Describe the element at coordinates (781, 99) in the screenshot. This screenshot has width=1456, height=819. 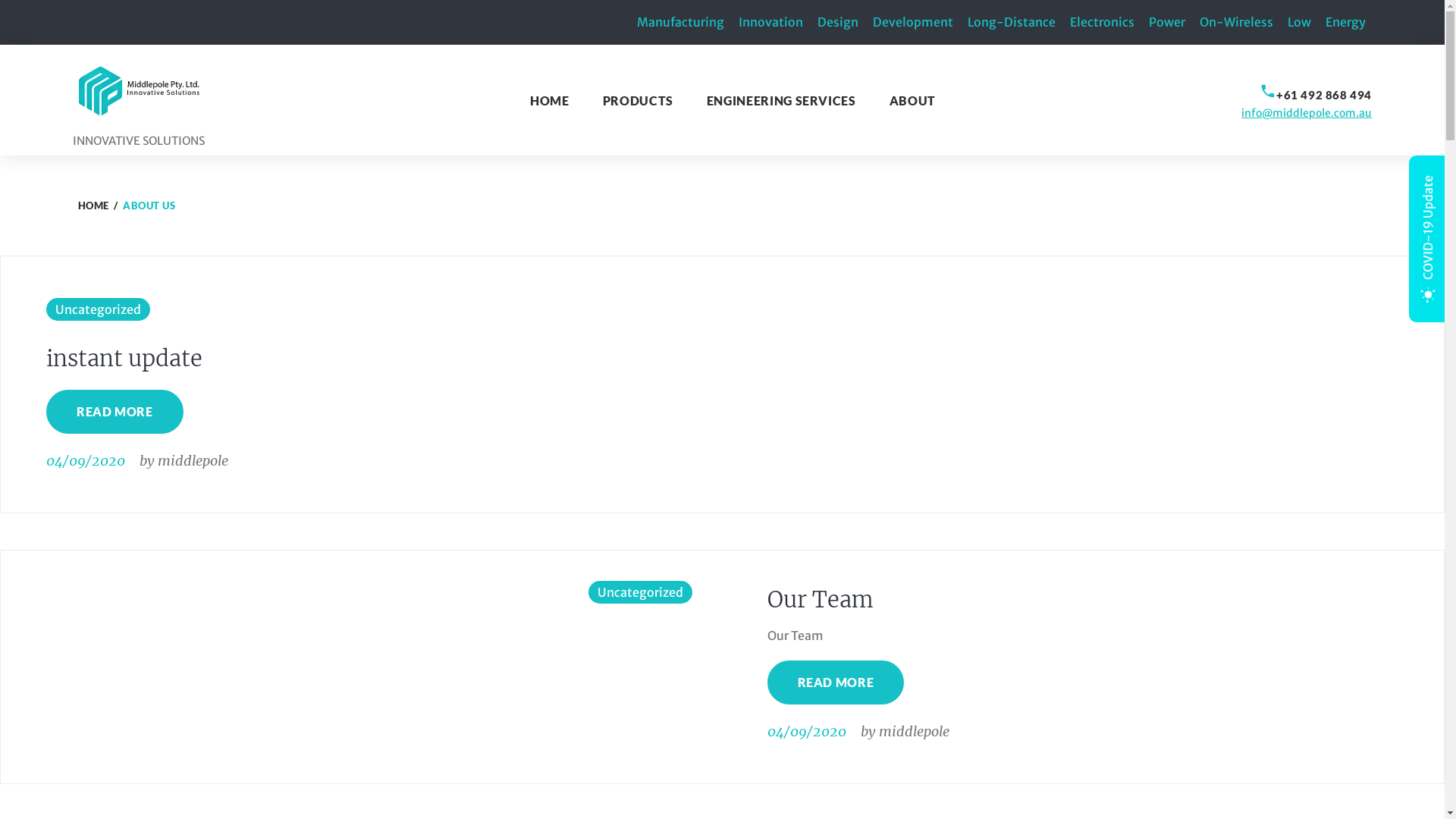
I see `'ENGINEERING SERVICES'` at that location.